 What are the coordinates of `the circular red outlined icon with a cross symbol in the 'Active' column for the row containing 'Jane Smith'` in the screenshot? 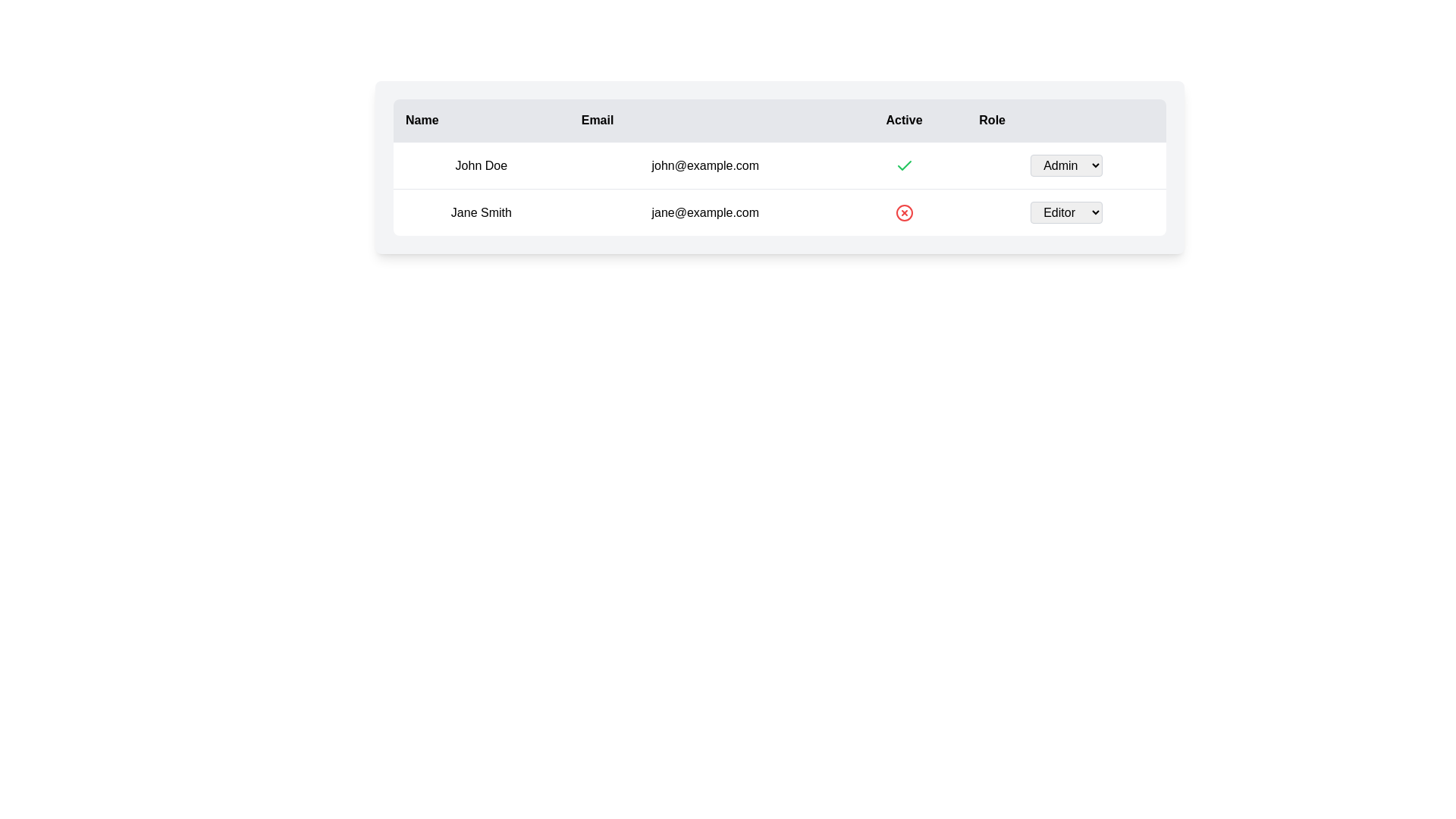 It's located at (904, 212).